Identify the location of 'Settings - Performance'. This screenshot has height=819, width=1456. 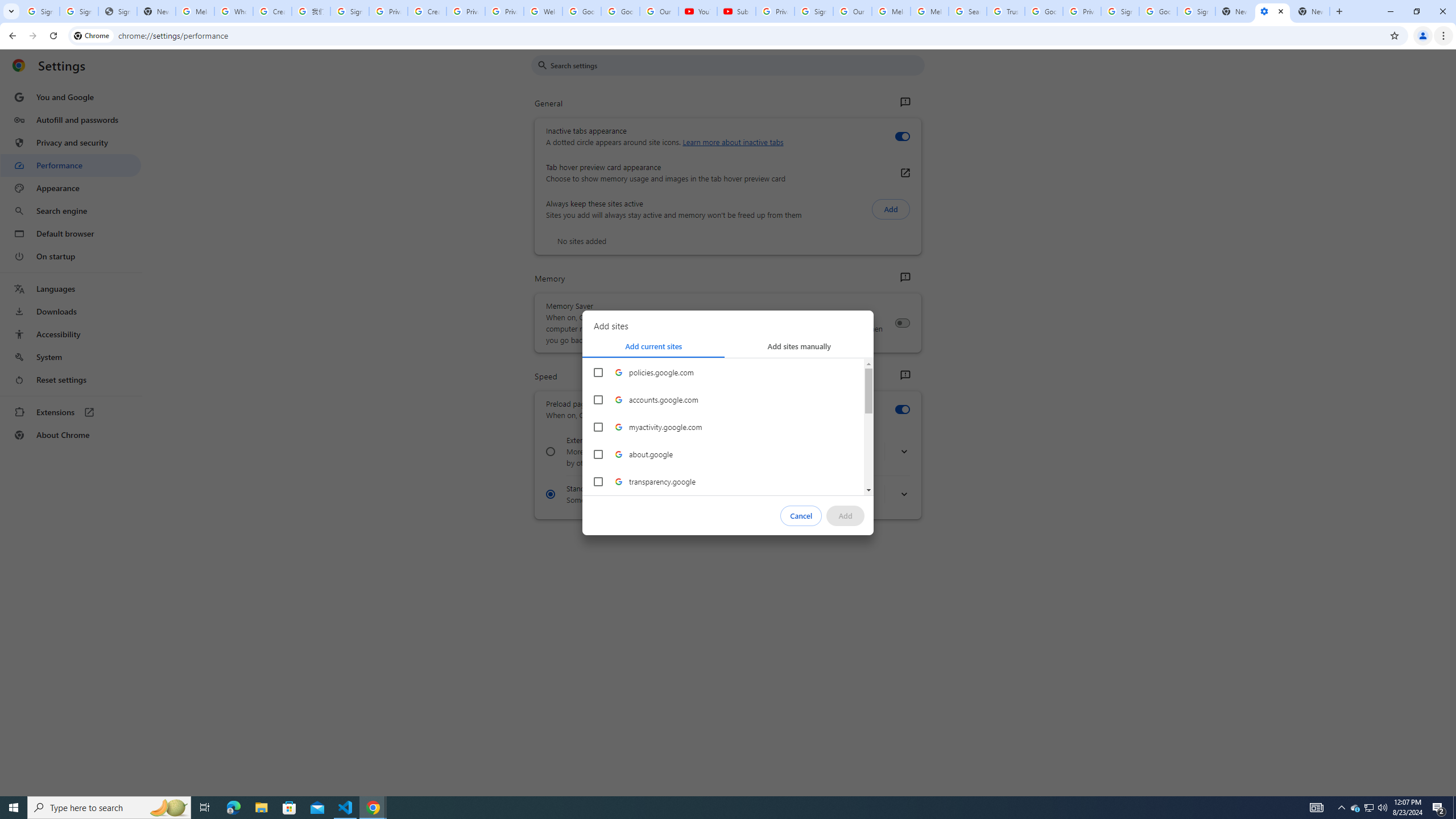
(1272, 11).